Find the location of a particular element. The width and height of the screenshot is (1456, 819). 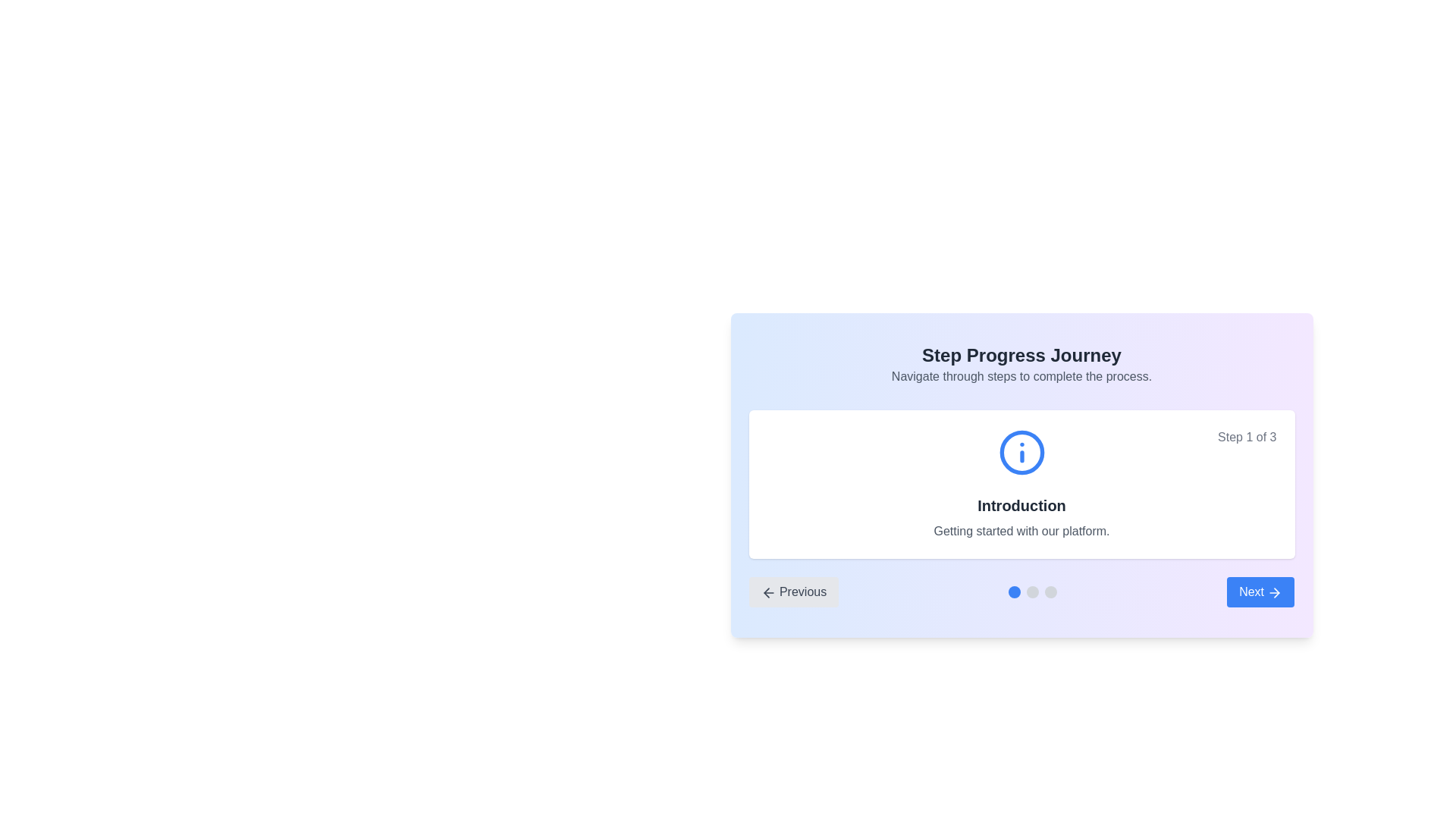

the blue circular information icon located below the title 'Step Progress Journey' and to the left of 'Step 1 of 3' for informative purposes is located at coordinates (1021, 452).